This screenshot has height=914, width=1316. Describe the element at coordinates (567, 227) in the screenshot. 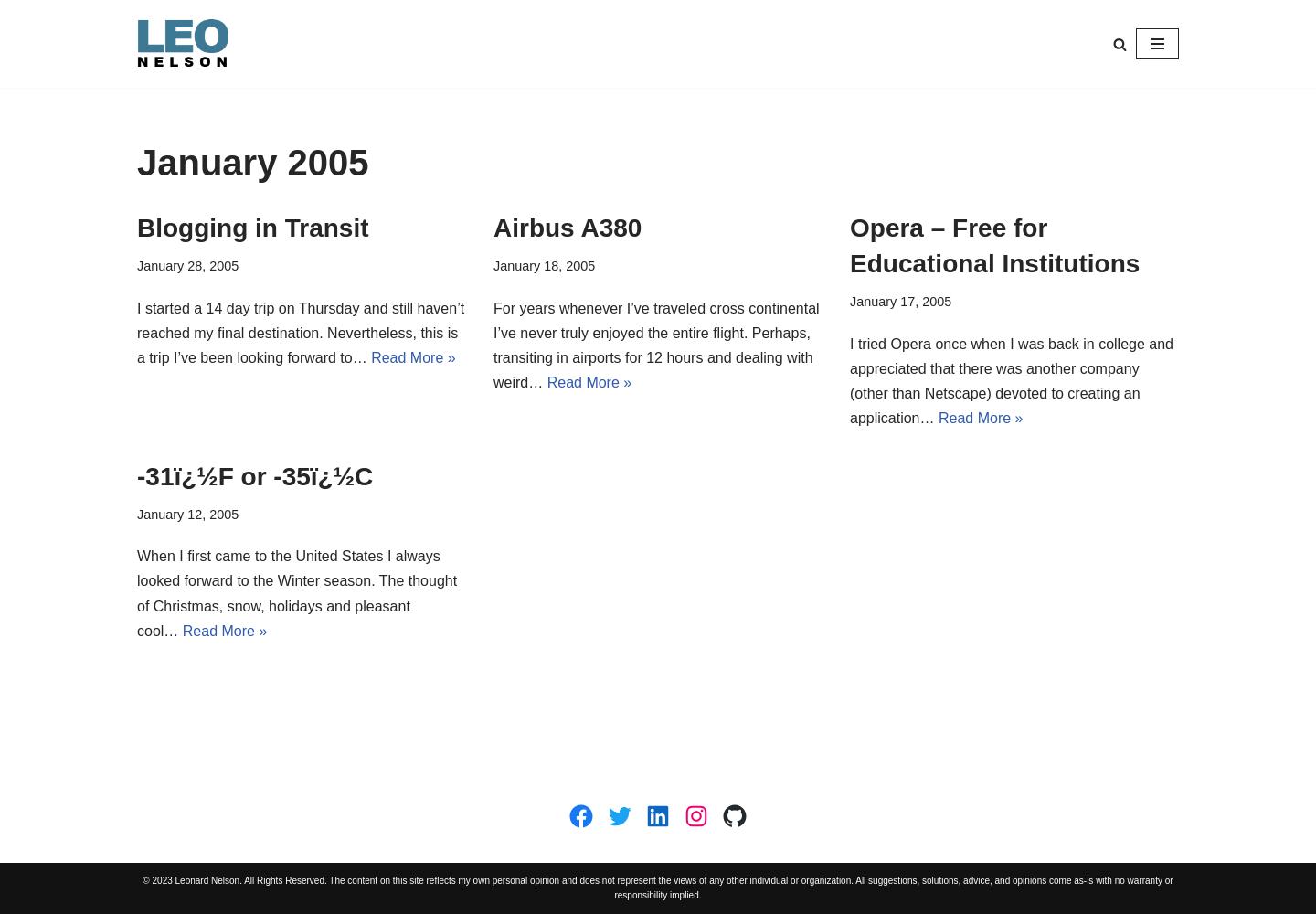

I see `'Airbus A380'` at that location.